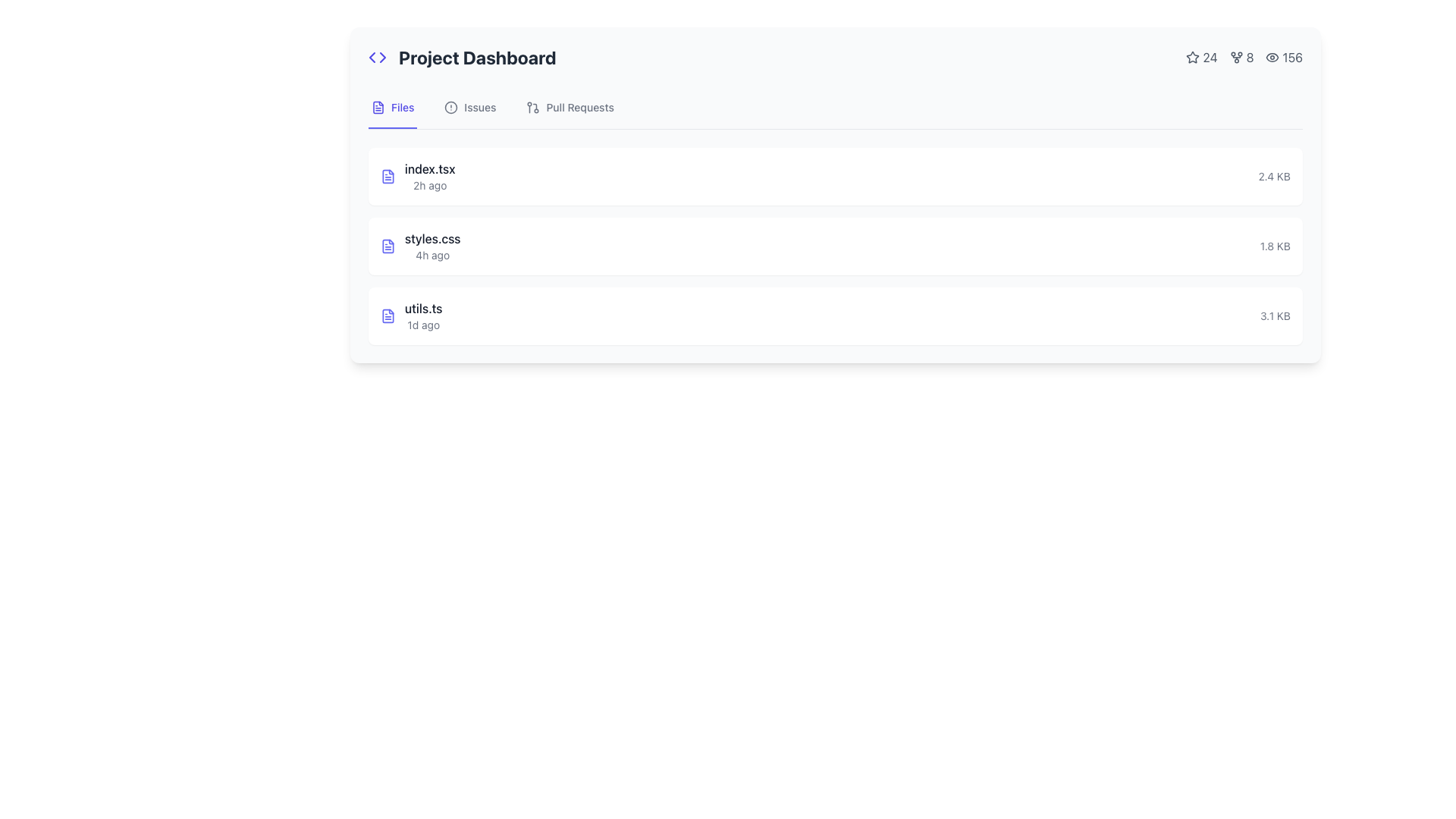  Describe the element at coordinates (423, 315) in the screenshot. I see `the file entry labeled 'utils.ts', which is the third item in the vertically aligned list under the 'Files' tab, located below 'styles.css (4h ago)'` at that location.